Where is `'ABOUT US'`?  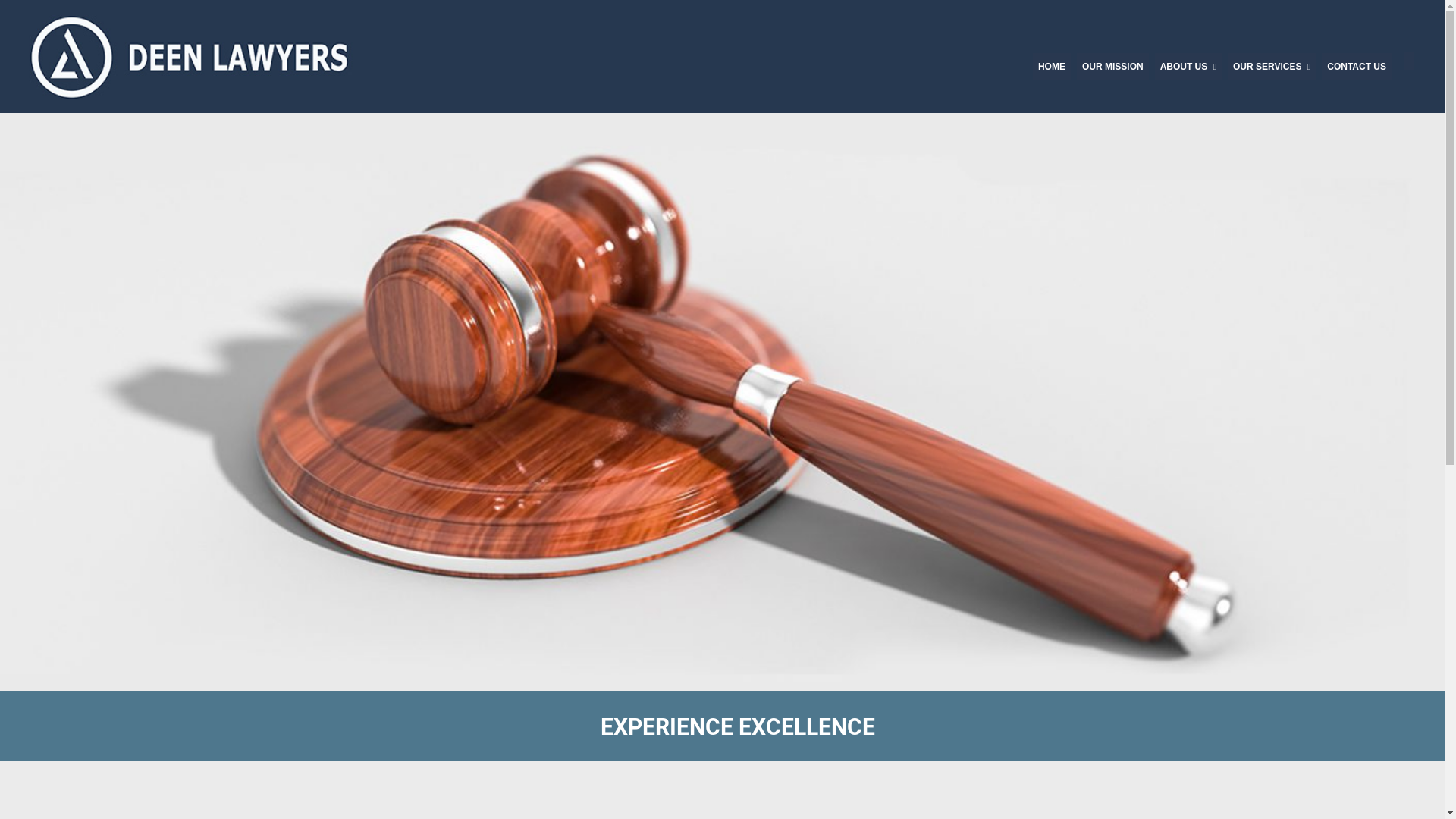
'ABOUT US' is located at coordinates (1187, 66).